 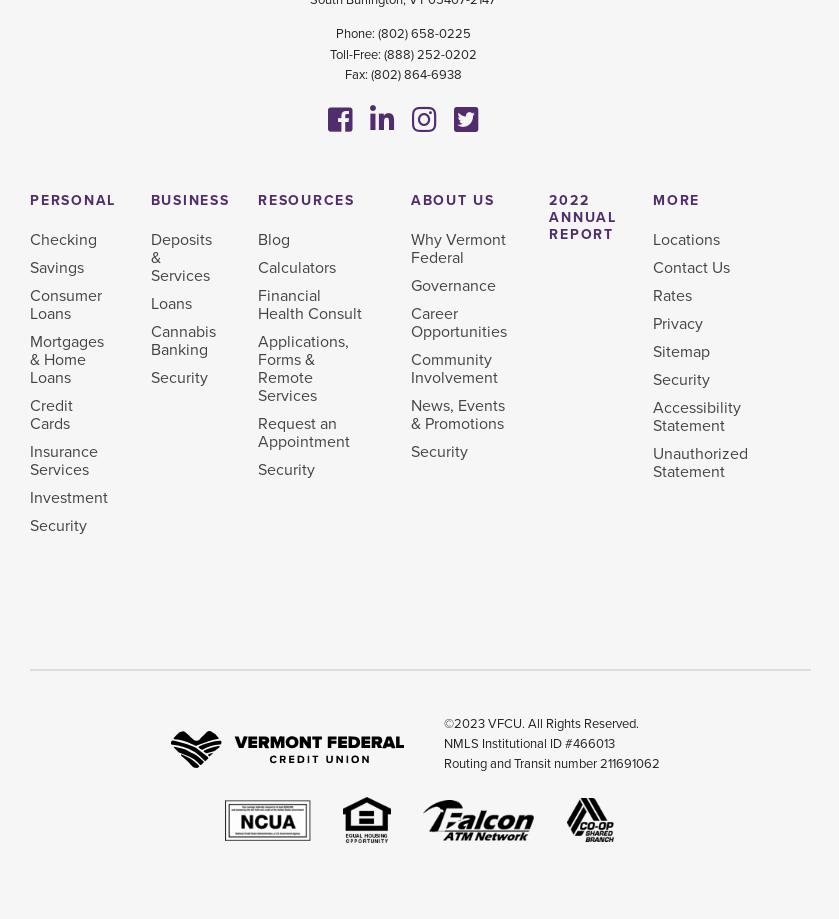 I want to click on 'Rates', so click(x=671, y=295).